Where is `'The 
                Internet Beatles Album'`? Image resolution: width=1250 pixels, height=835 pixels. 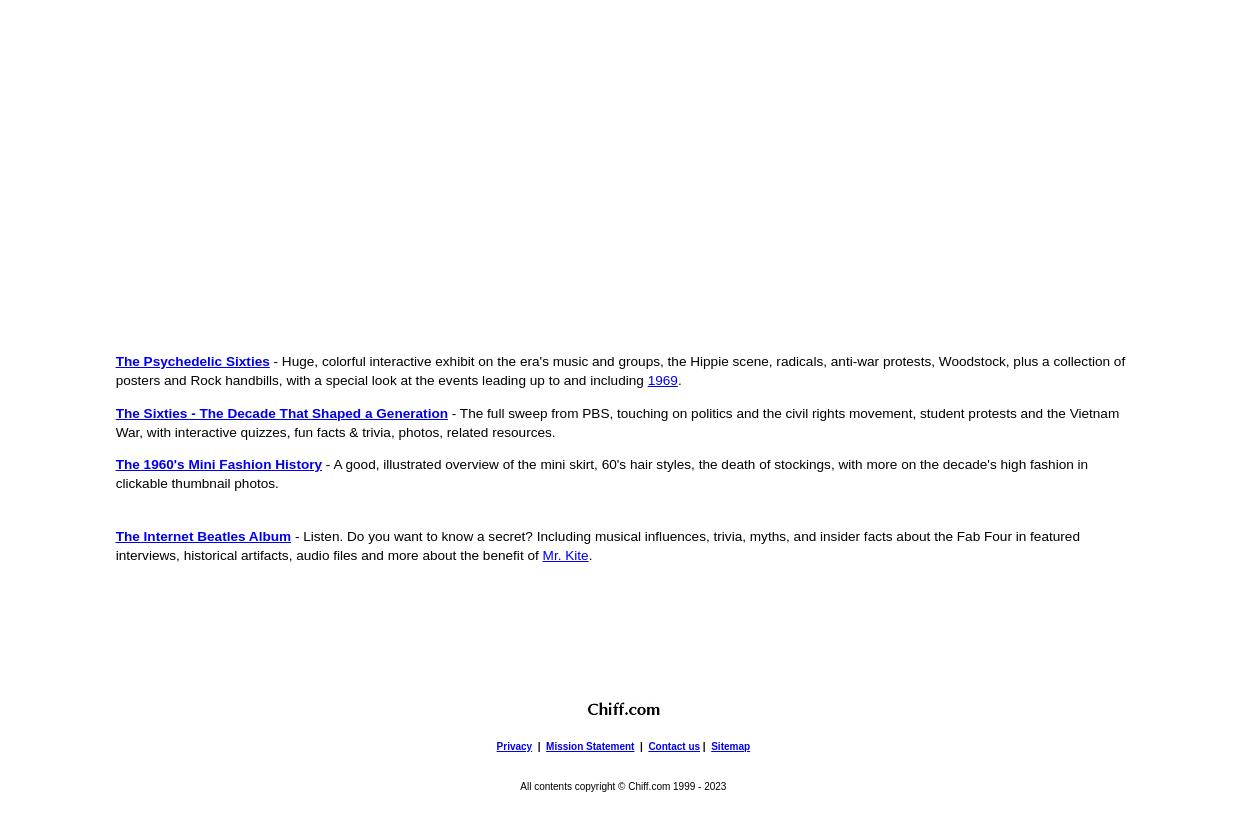
'The 
                Internet Beatles Album' is located at coordinates (202, 536).